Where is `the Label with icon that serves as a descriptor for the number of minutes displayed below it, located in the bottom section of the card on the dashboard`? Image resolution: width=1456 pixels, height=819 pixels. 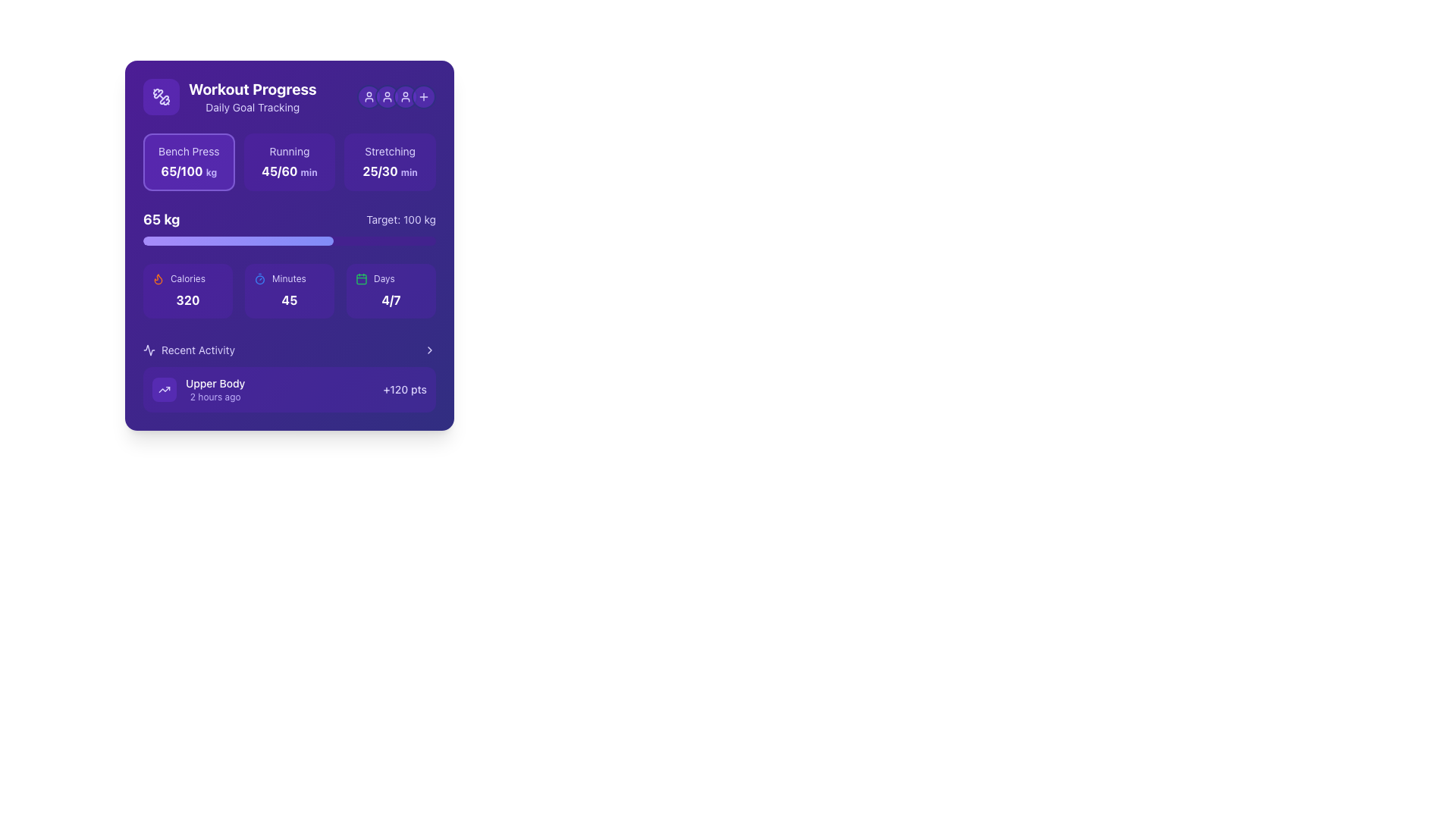
the Label with icon that serves as a descriptor for the number of minutes displayed below it, located in the bottom section of the card on the dashboard is located at coordinates (290, 278).